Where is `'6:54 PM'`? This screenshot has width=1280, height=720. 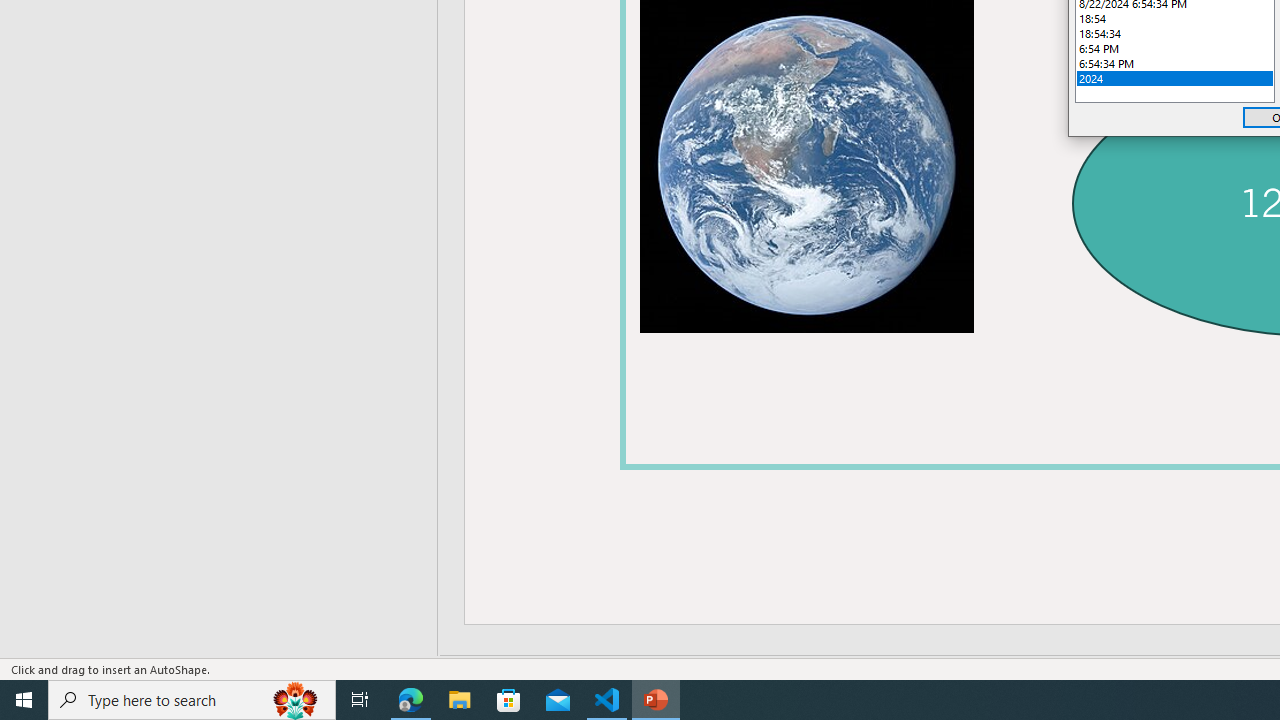
'6:54 PM' is located at coordinates (1175, 47).